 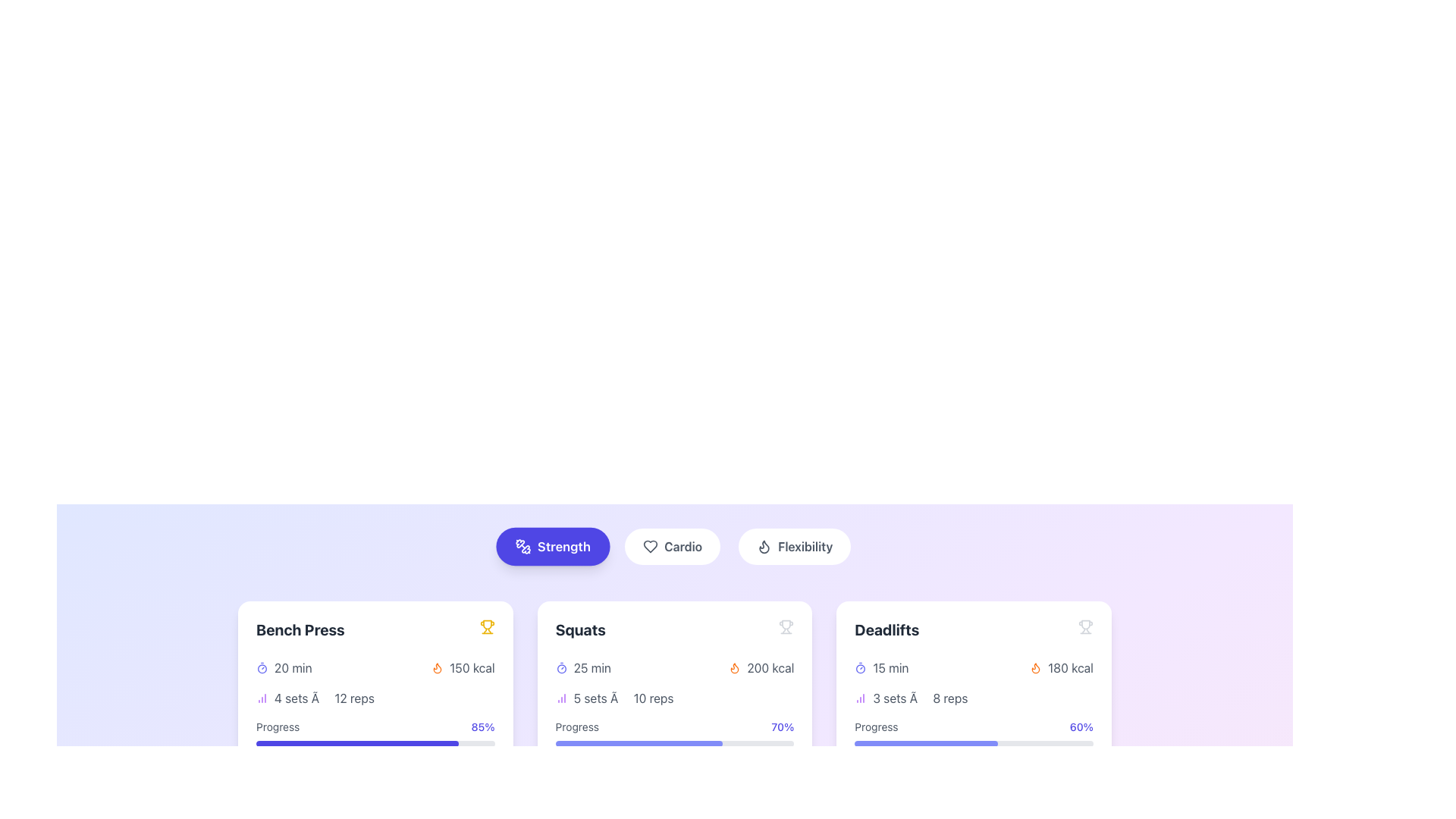 What do you see at coordinates (623, 698) in the screenshot?
I see `static text label displaying the exercise details for the number of sets and repetitions, located under the 'Strength' category, near the title 'Squats'` at bounding box center [623, 698].